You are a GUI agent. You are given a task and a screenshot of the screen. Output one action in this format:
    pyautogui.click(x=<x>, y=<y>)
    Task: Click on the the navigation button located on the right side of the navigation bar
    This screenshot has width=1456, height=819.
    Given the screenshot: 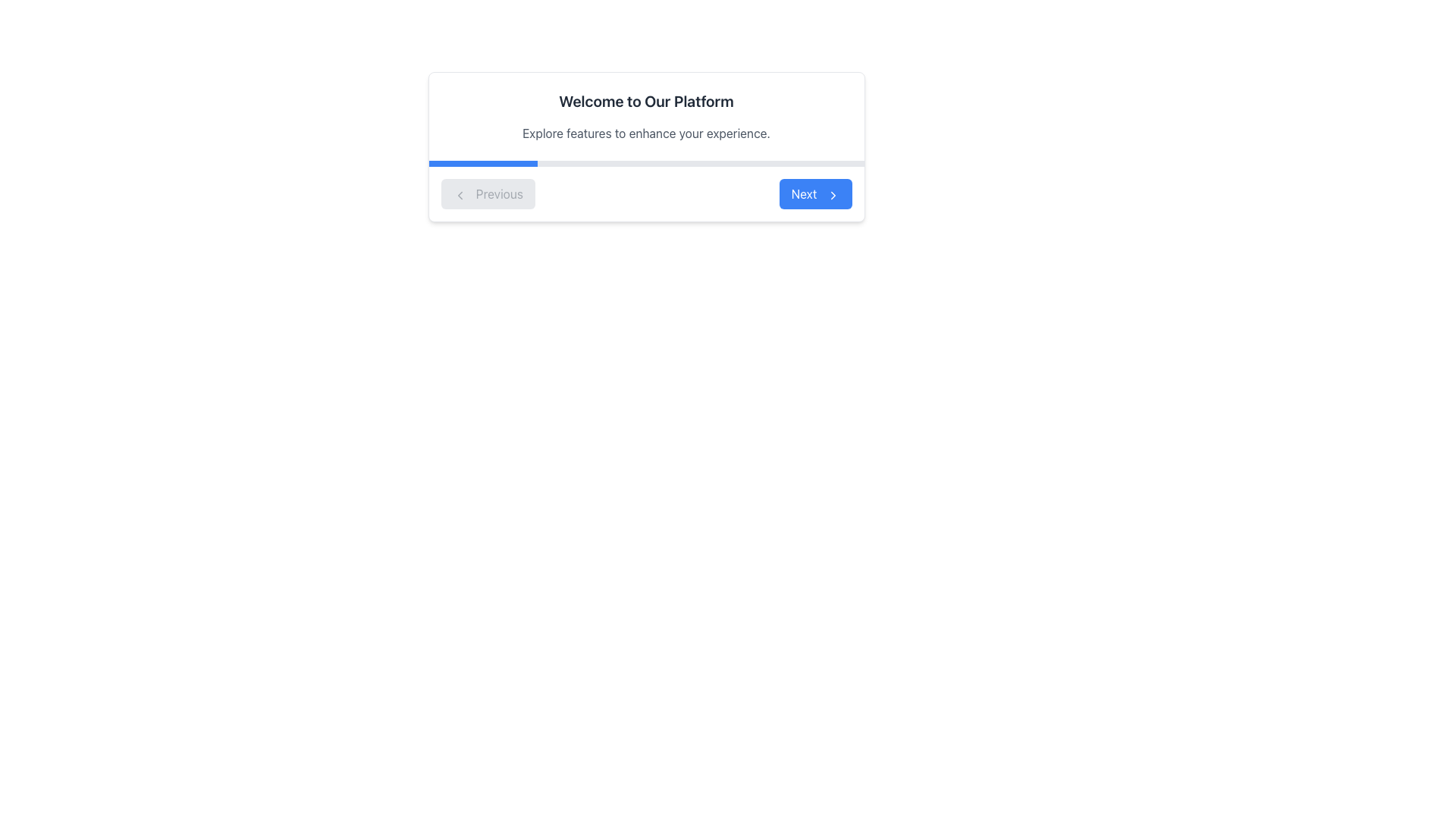 What is the action you would take?
    pyautogui.click(x=814, y=193)
    